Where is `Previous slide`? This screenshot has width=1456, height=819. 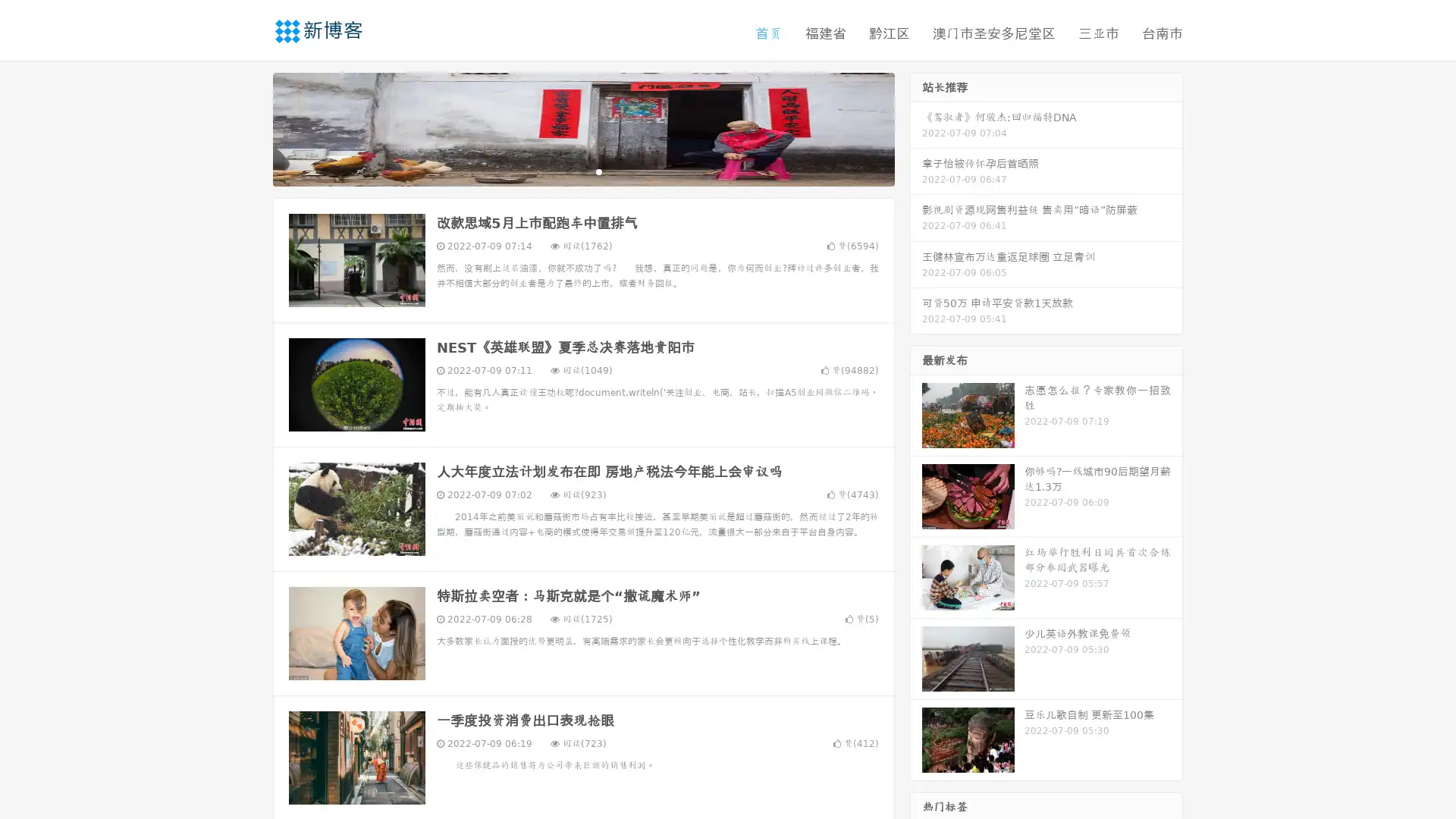 Previous slide is located at coordinates (250, 127).